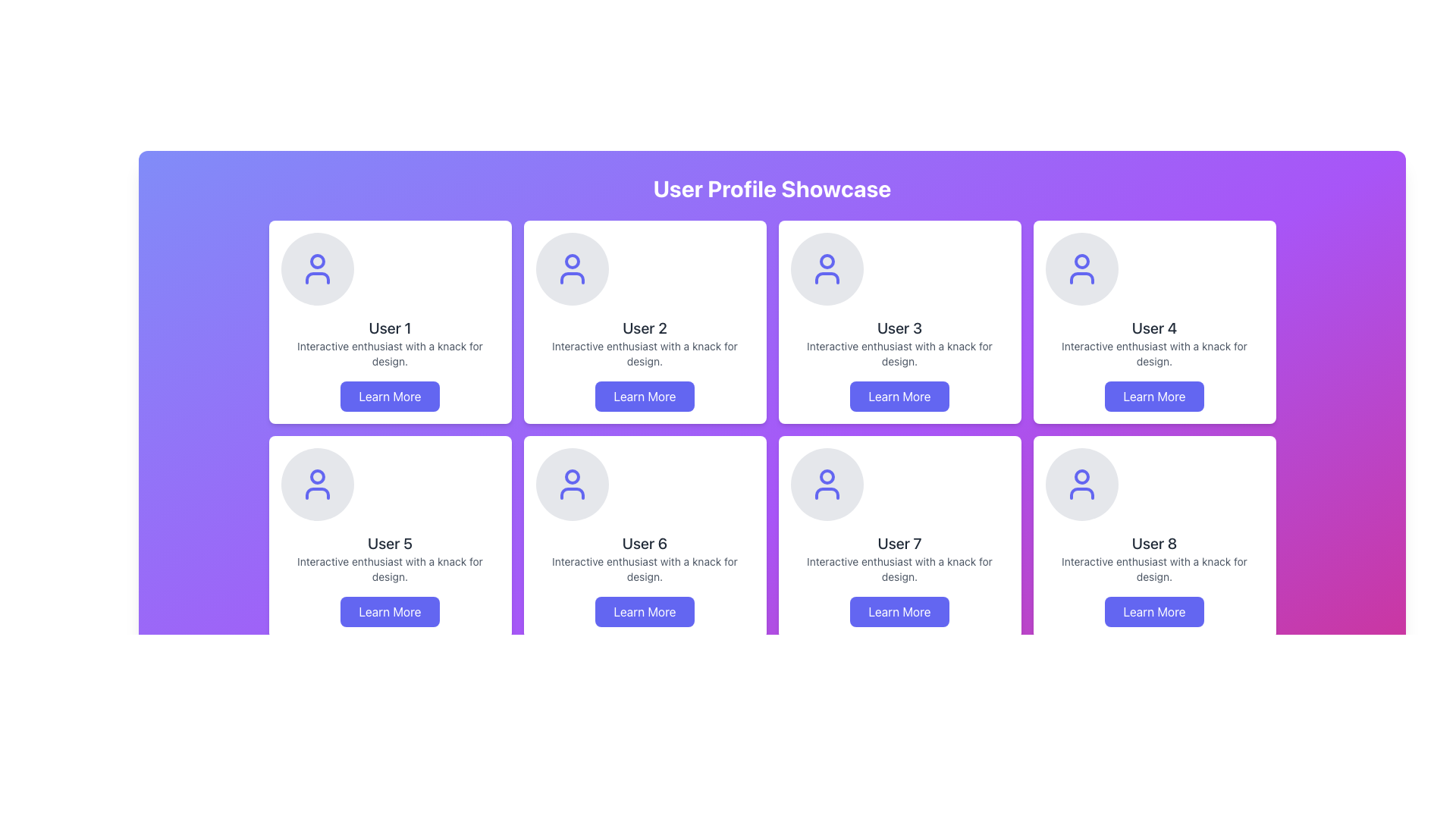 This screenshot has height=819, width=1456. Describe the element at coordinates (899, 610) in the screenshot. I see `the button located at the bottom center of the 'User 7' card to observe the style change` at that location.